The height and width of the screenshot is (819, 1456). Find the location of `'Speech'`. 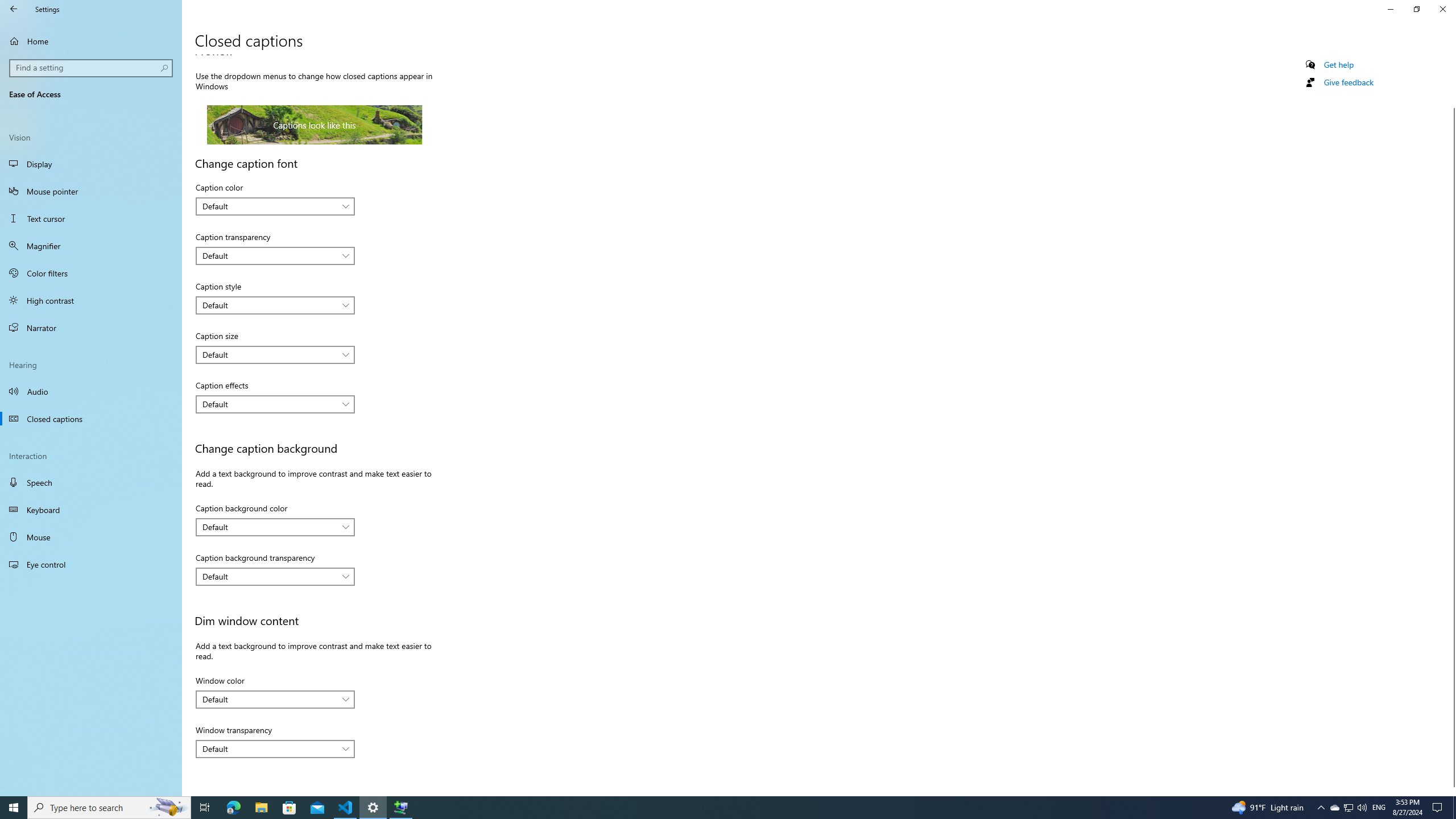

'Speech' is located at coordinates (90, 482).